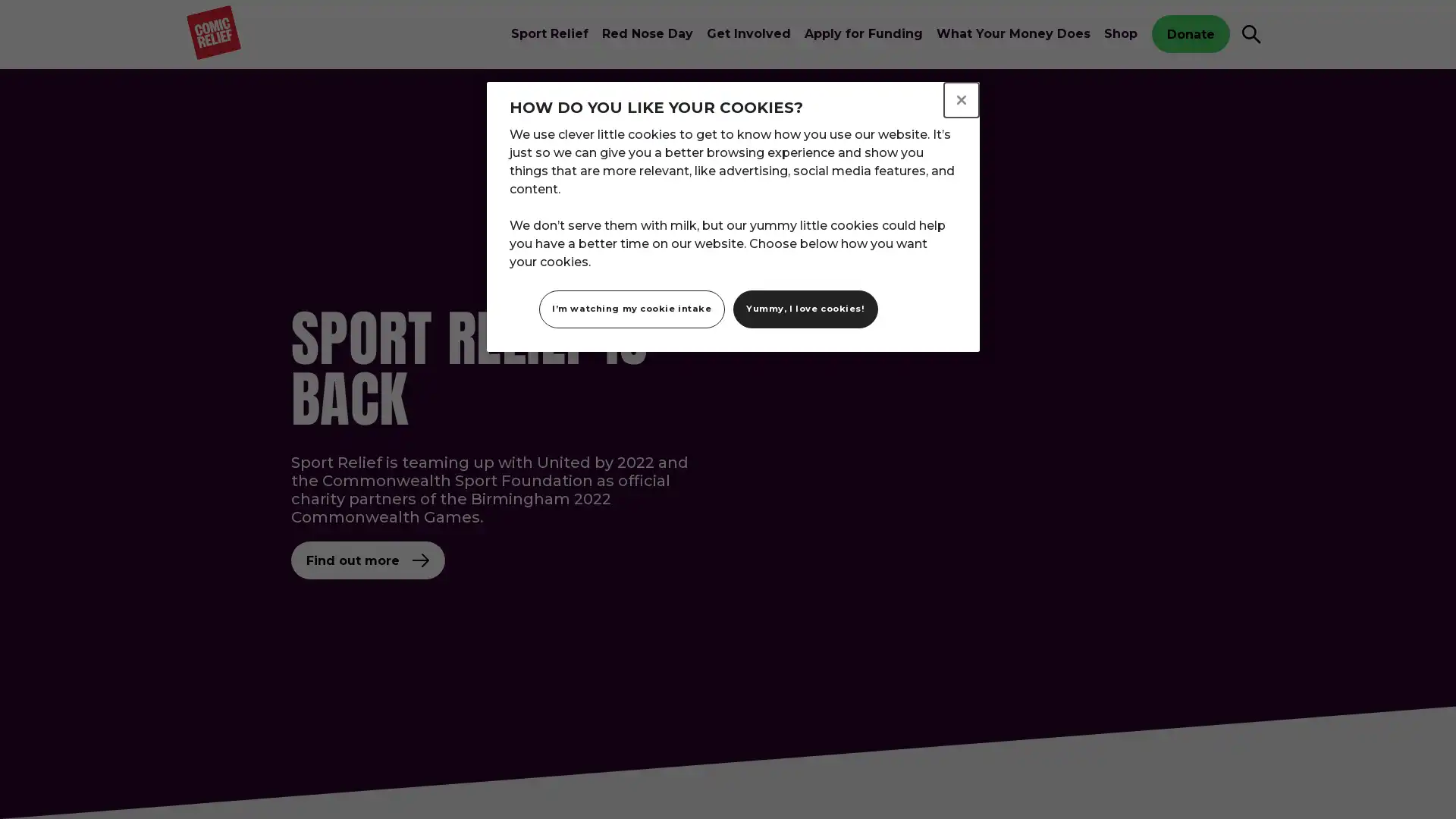 The width and height of the screenshot is (1456, 819). What do you see at coordinates (804, 308) in the screenshot?
I see `Yummy, I love cookies!` at bounding box center [804, 308].